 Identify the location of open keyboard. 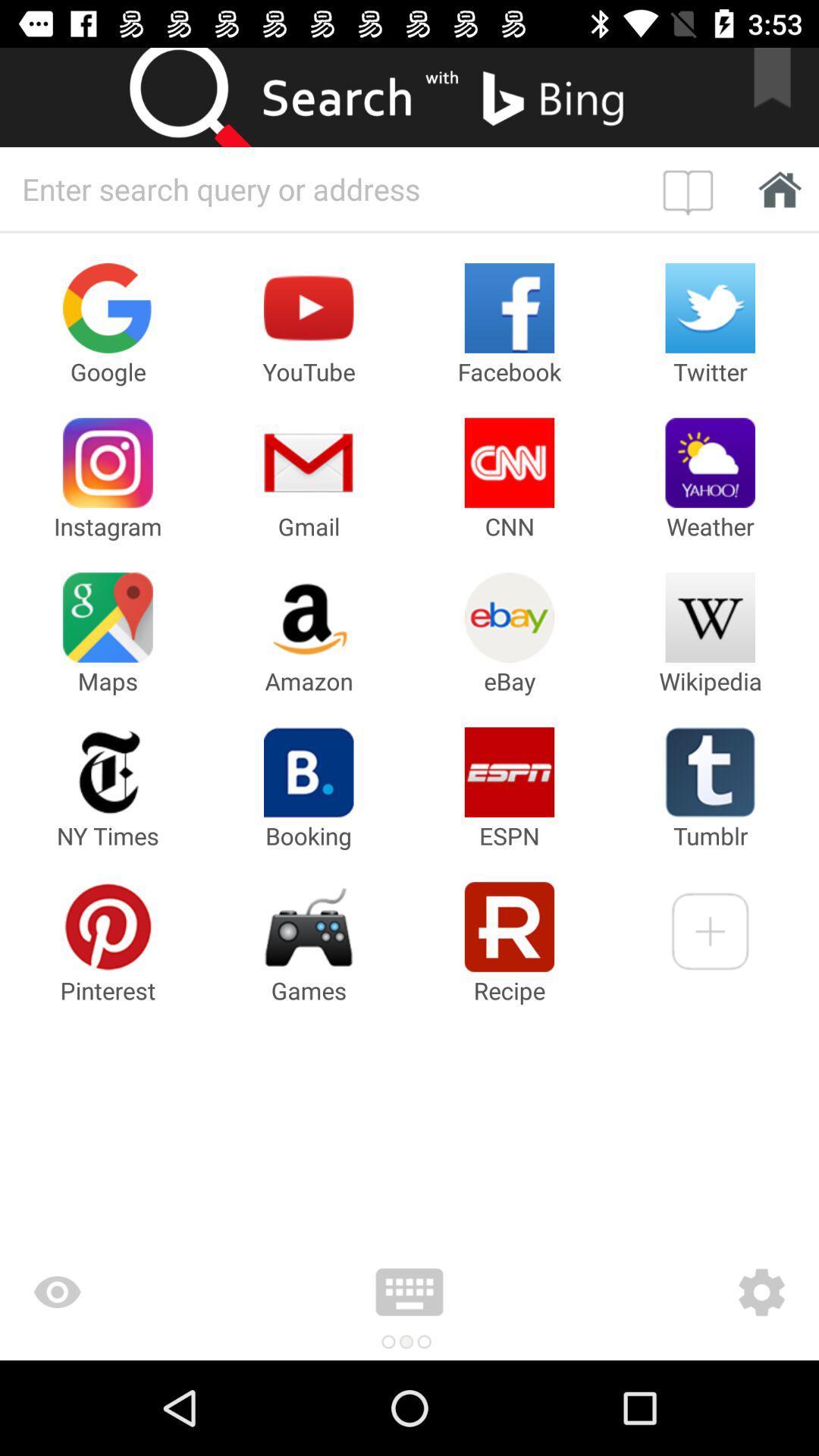
(409, 1291).